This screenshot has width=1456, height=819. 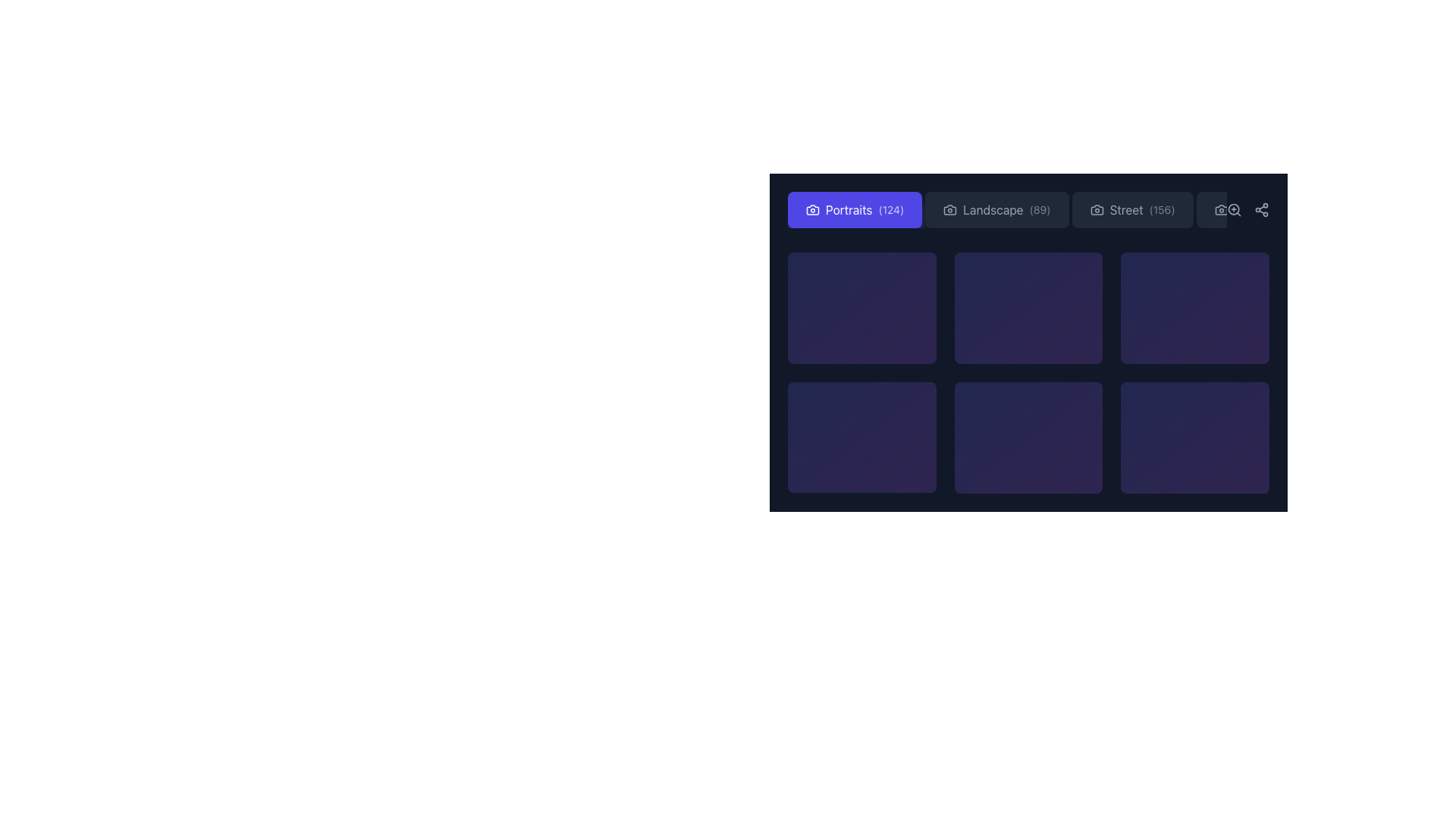 I want to click on the camera icon, which is a vector graphic resembling a traditional camera, located in the top-right region of the interface, adjacent to a share icon and to the left of a magnifying glass icon, so click(x=1221, y=210).